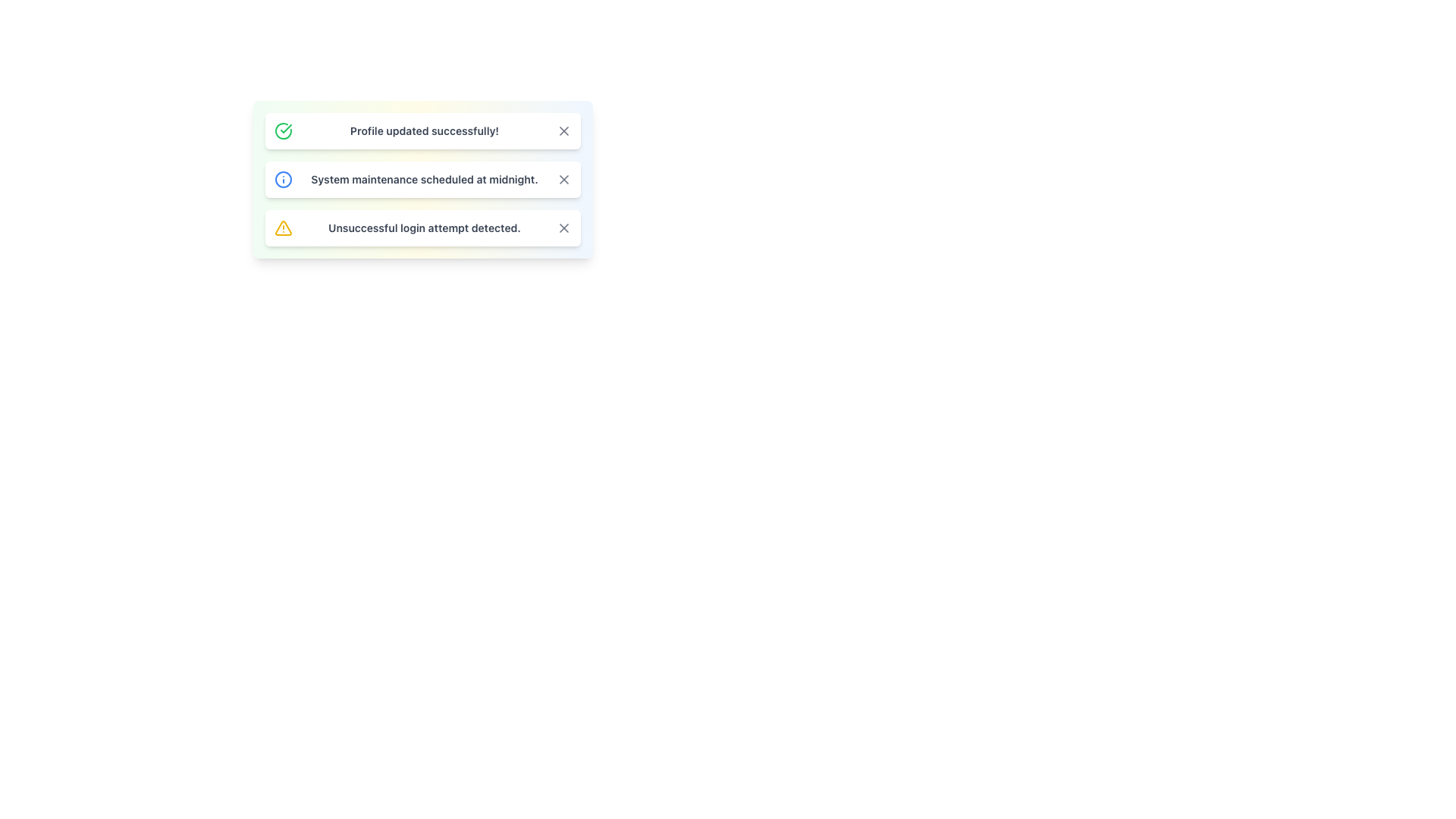  I want to click on the static text display that informs the user of a successful profile update, located within a notification card at the top of the list, so click(425, 130).